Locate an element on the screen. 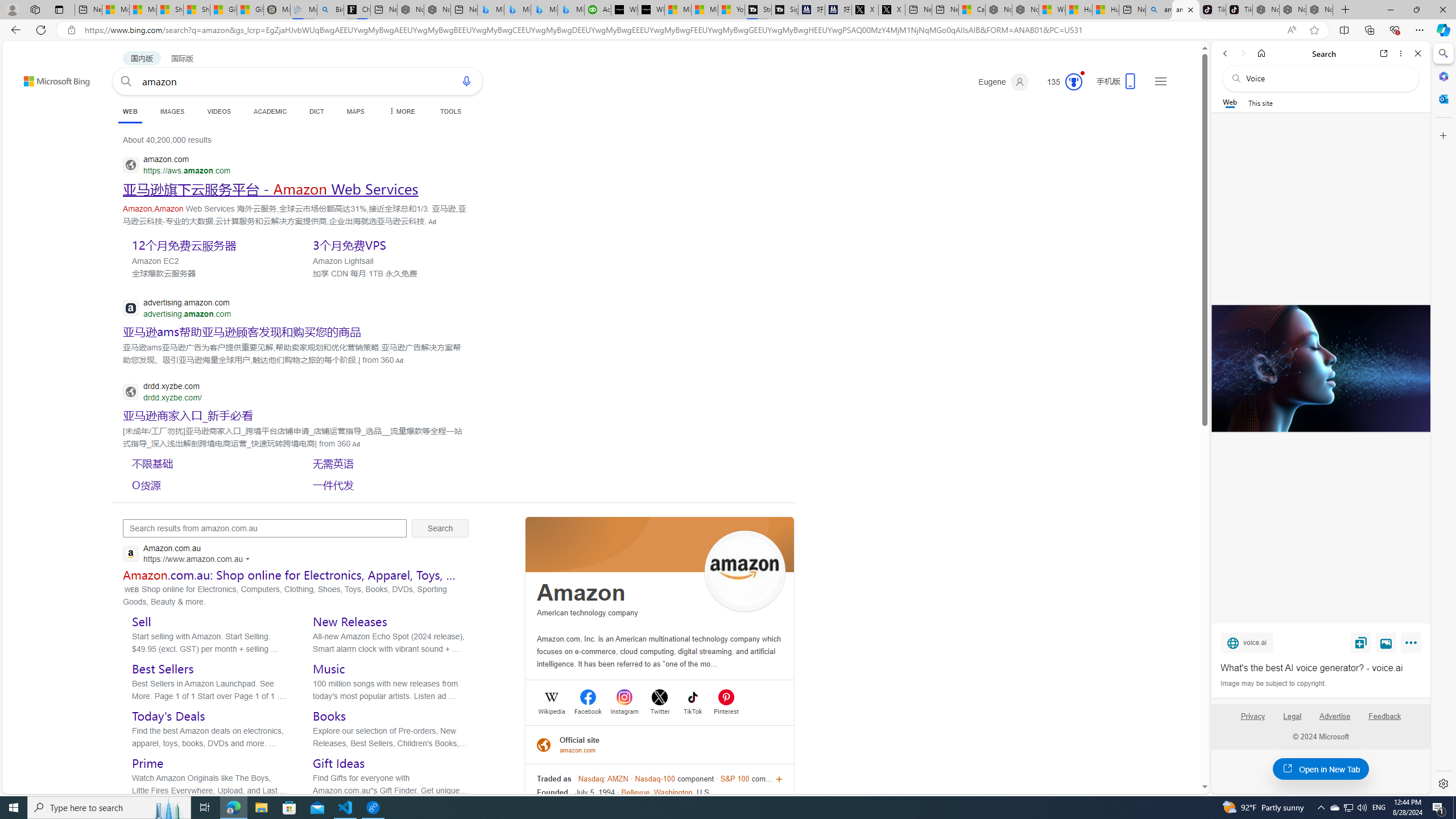 The image size is (1456, 819). 'Outlook' is located at coordinates (1442, 98).